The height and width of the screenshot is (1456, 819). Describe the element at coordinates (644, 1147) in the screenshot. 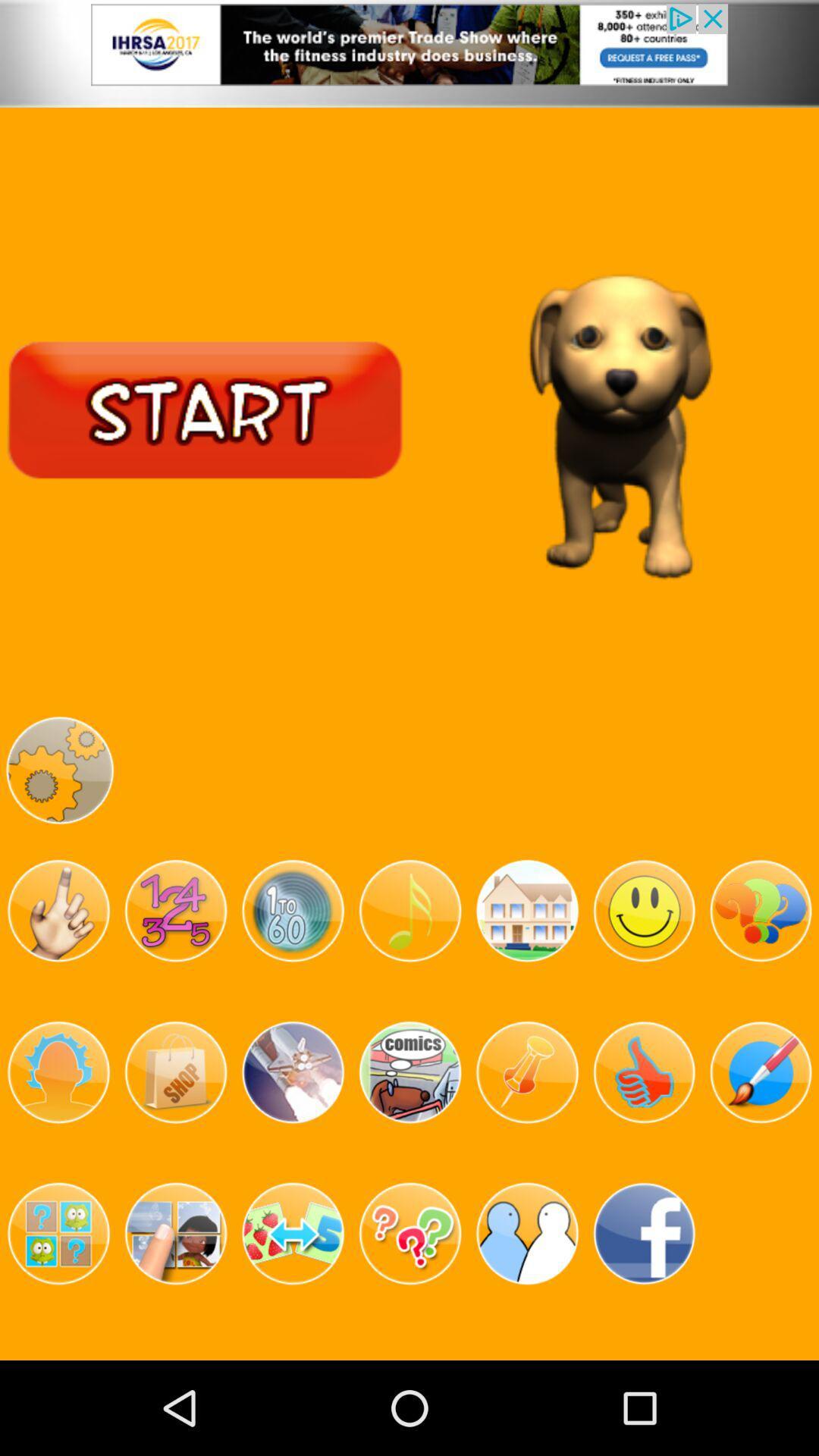

I see `the thumbs_up icon` at that location.